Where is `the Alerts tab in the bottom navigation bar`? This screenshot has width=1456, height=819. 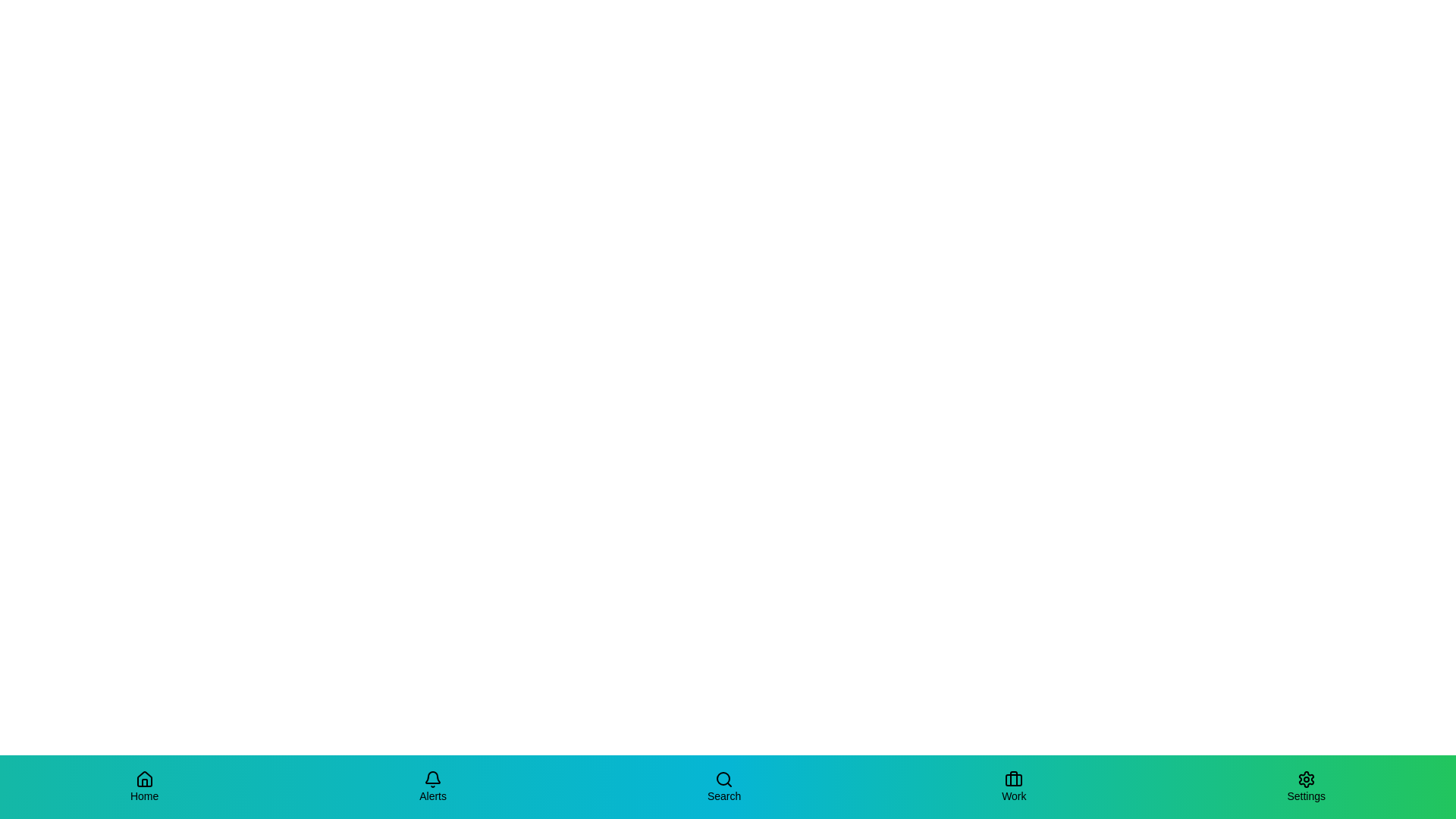 the Alerts tab in the bottom navigation bar is located at coordinates (432, 786).